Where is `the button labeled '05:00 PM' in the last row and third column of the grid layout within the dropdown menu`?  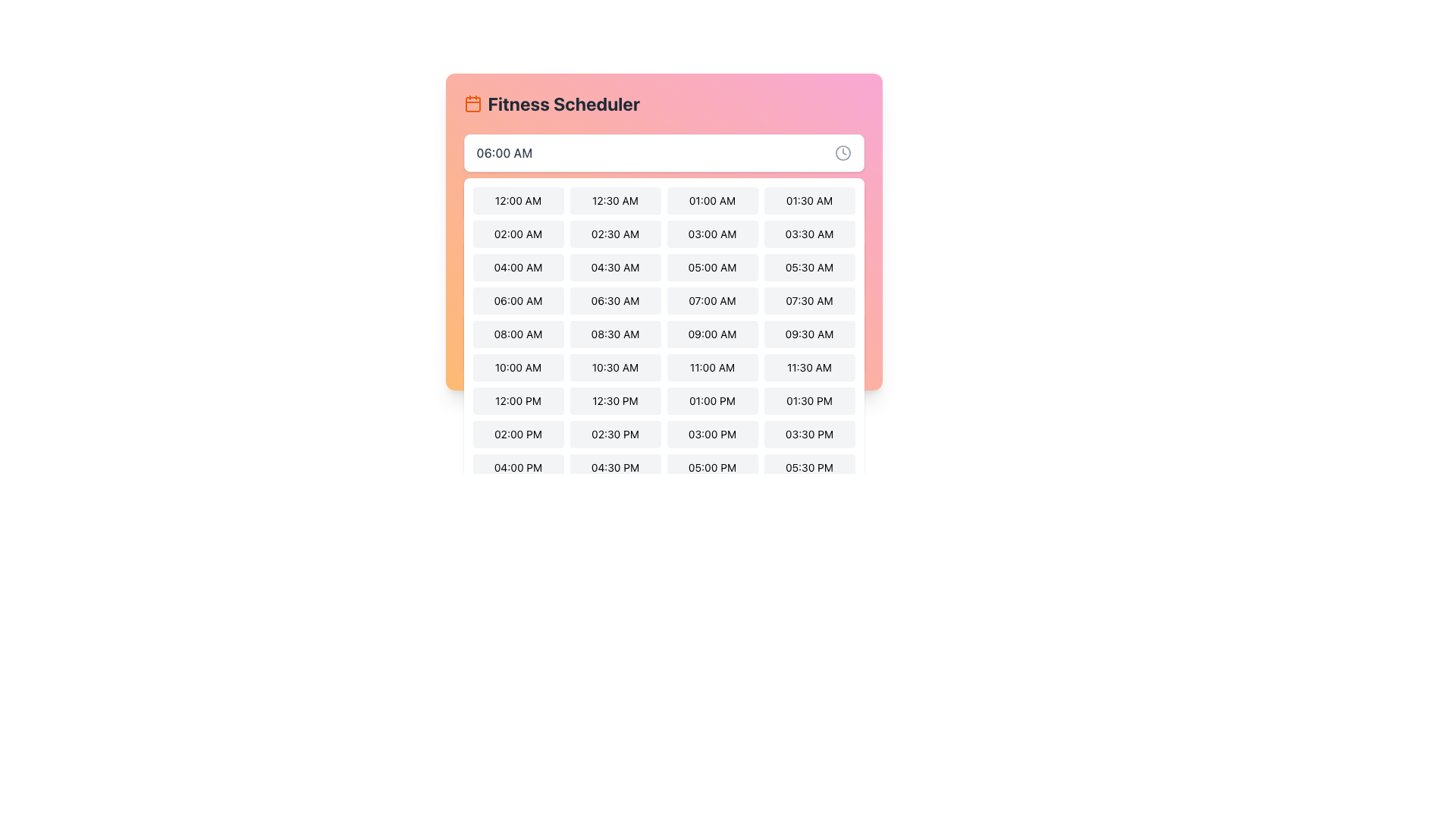
the button labeled '05:00 PM' in the last row and third column of the grid layout within the dropdown menu is located at coordinates (711, 467).